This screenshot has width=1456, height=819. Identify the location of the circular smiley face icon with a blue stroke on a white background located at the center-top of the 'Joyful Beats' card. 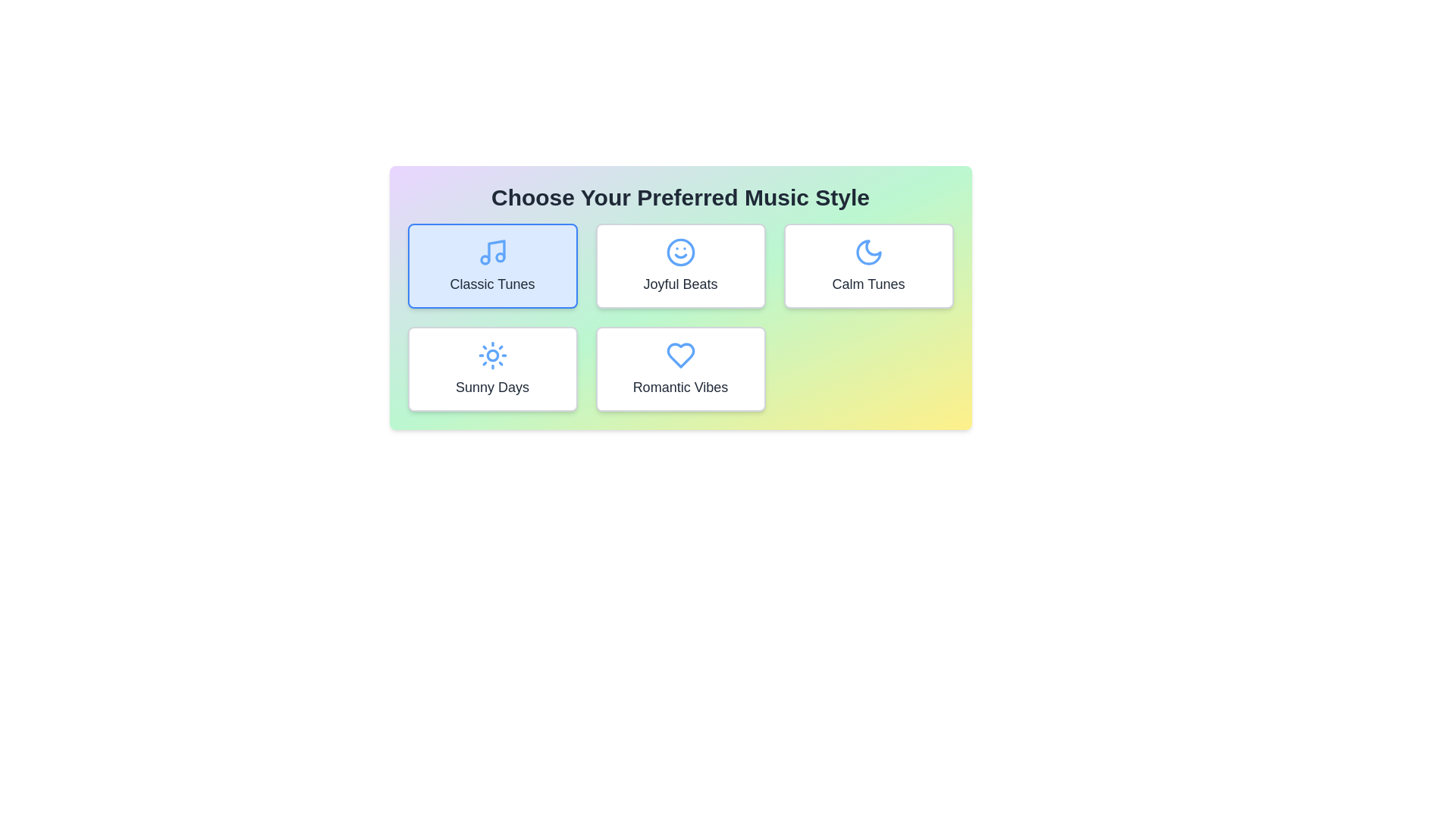
(679, 251).